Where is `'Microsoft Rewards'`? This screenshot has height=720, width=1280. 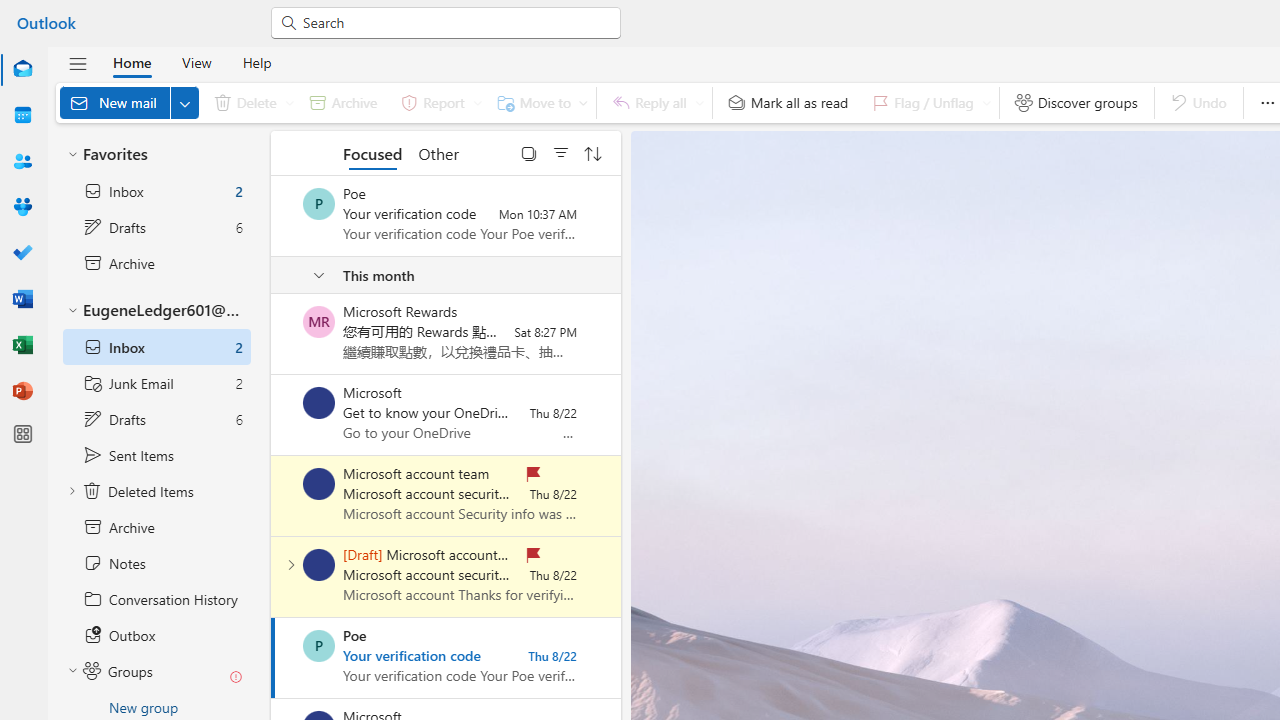 'Microsoft Rewards' is located at coordinates (318, 320).